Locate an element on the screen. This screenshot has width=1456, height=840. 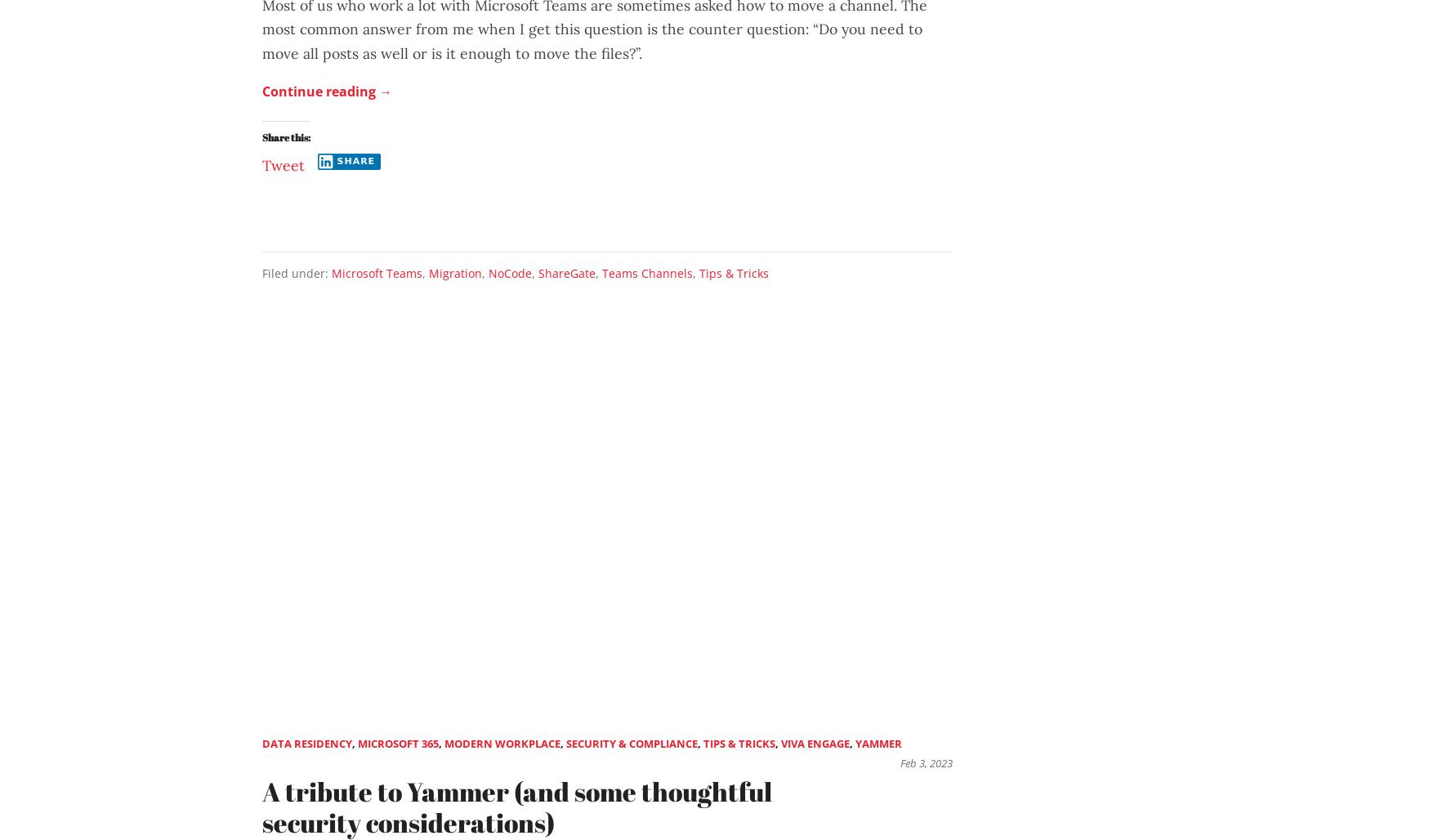
'Share' is located at coordinates (355, 159).